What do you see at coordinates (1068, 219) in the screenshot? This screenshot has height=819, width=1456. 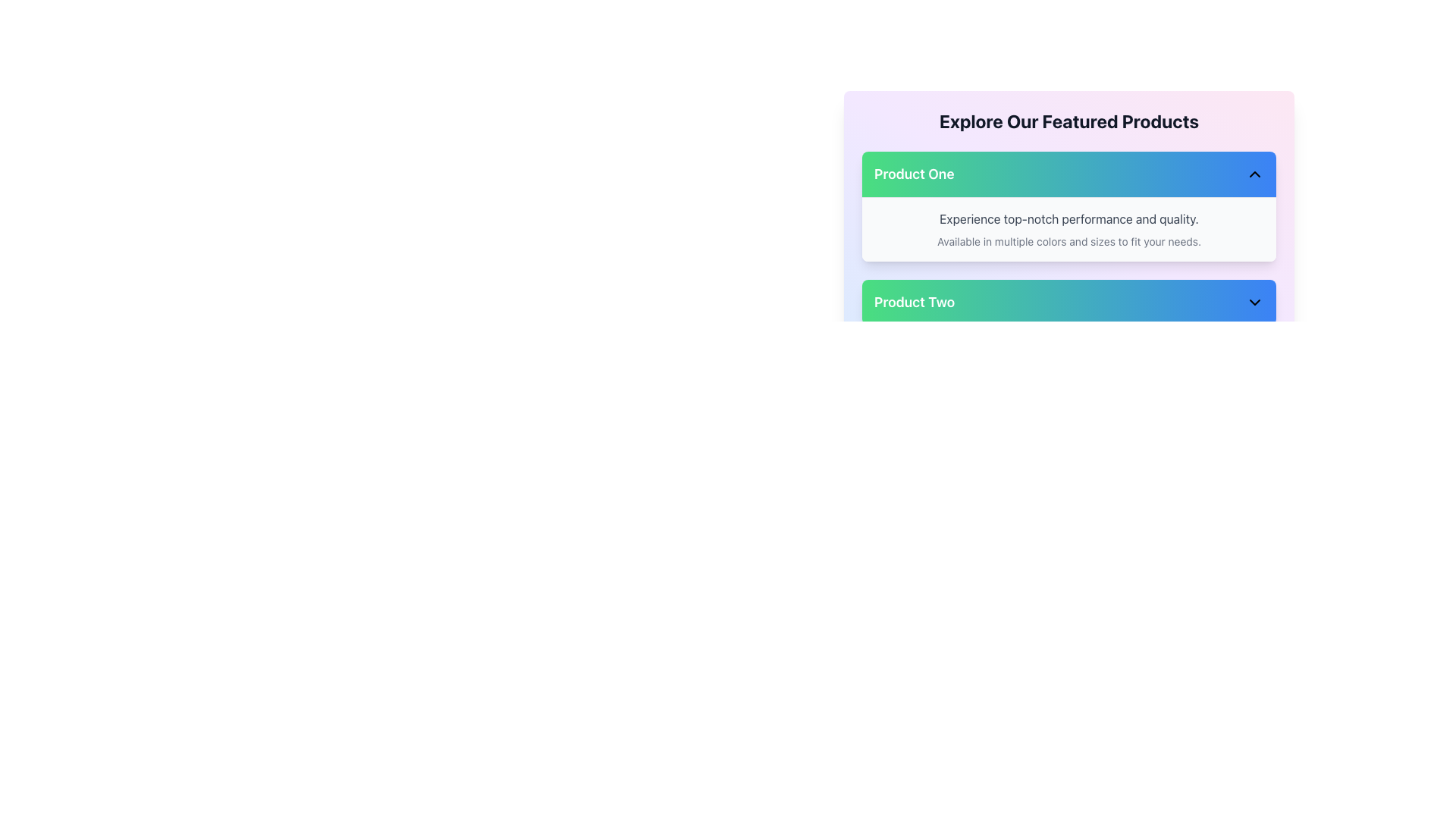 I see `descriptive text located beneath the 'Product One' section header, which highlights the features and quality of the product` at bounding box center [1068, 219].